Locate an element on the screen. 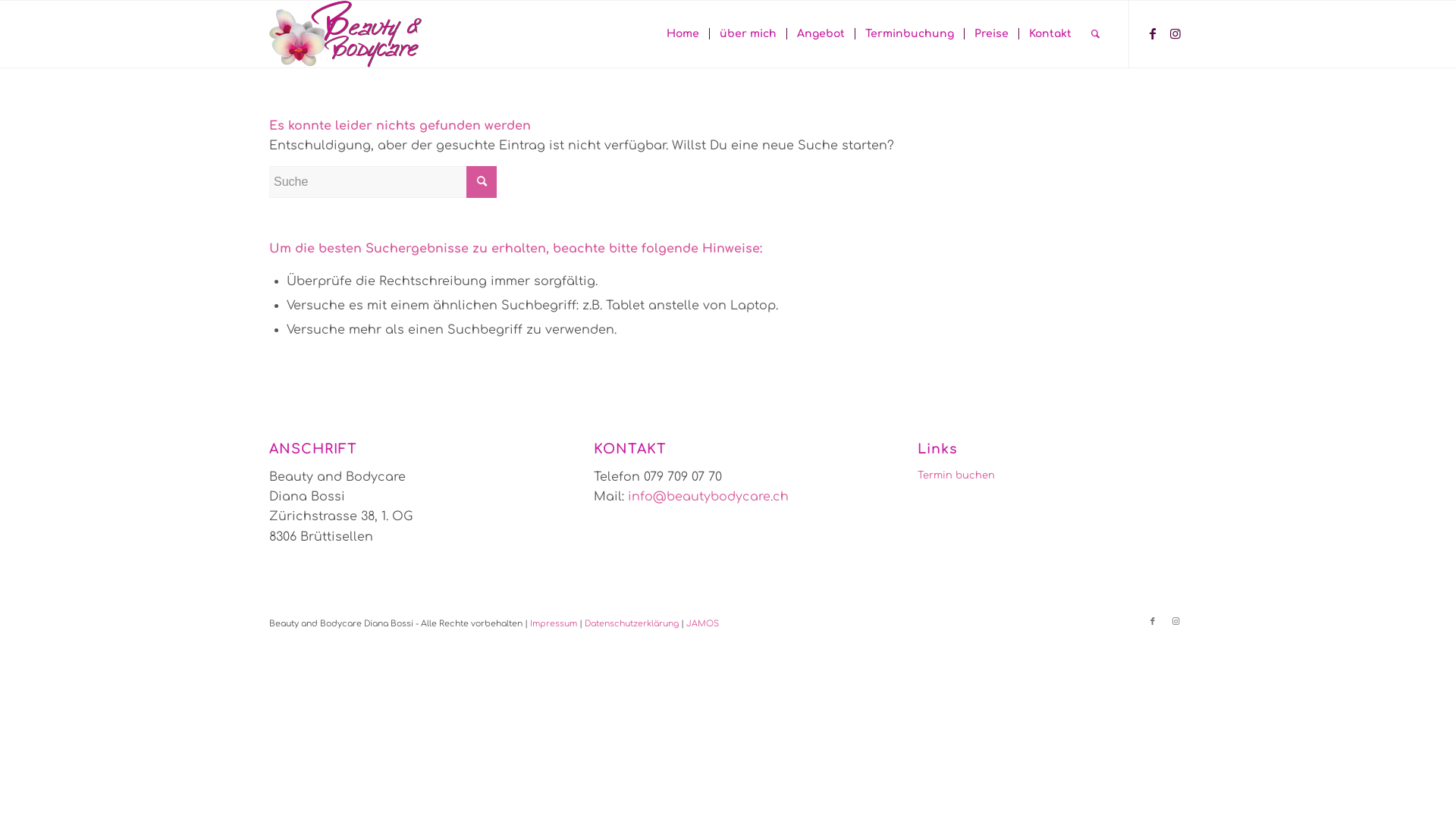 This screenshot has height=819, width=1456. 'JAMOS' is located at coordinates (701, 623).